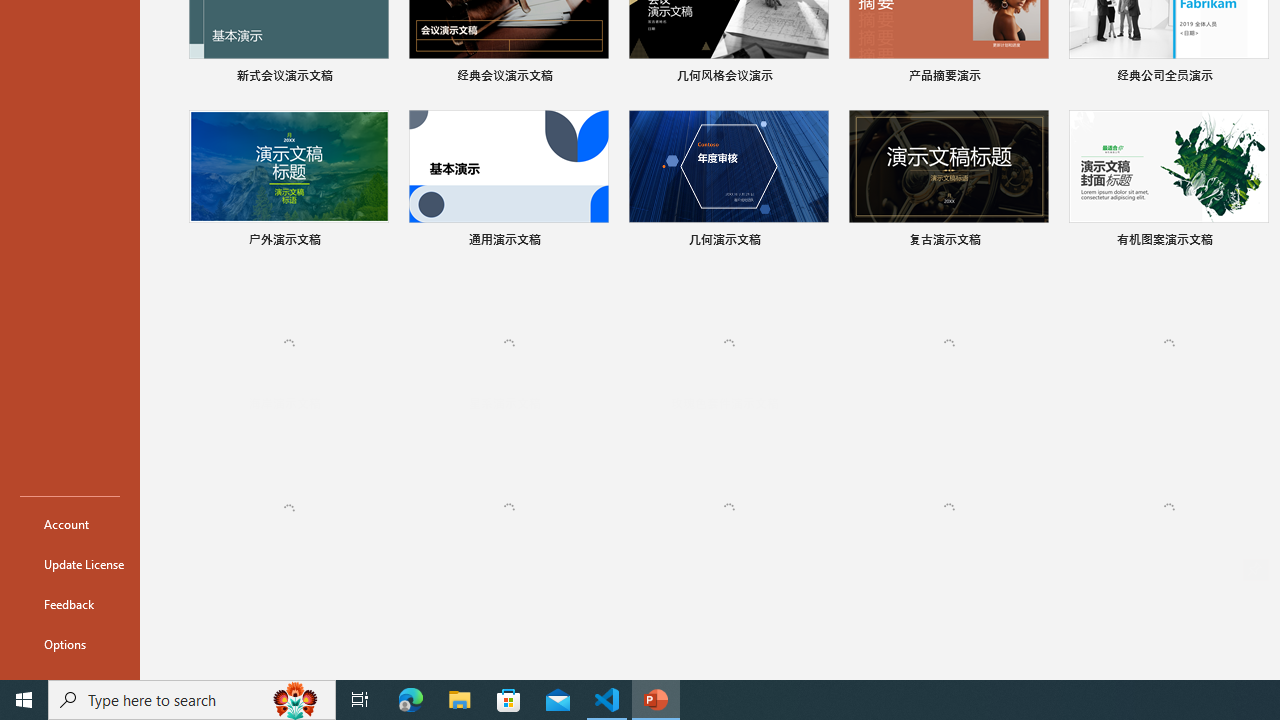 The image size is (1280, 720). Describe the element at coordinates (69, 523) in the screenshot. I see `'Account'` at that location.